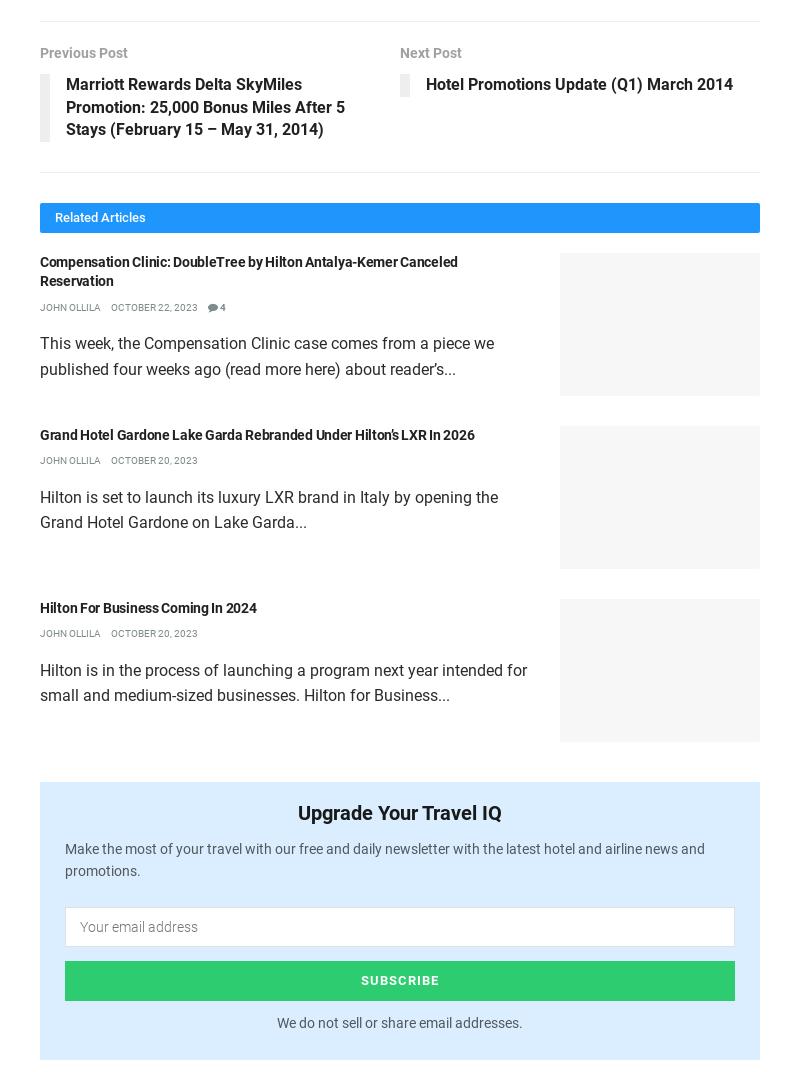 This screenshot has width=800, height=1072. I want to click on 'Hotel Promotions Update (Q1) March 2014', so click(578, 84).